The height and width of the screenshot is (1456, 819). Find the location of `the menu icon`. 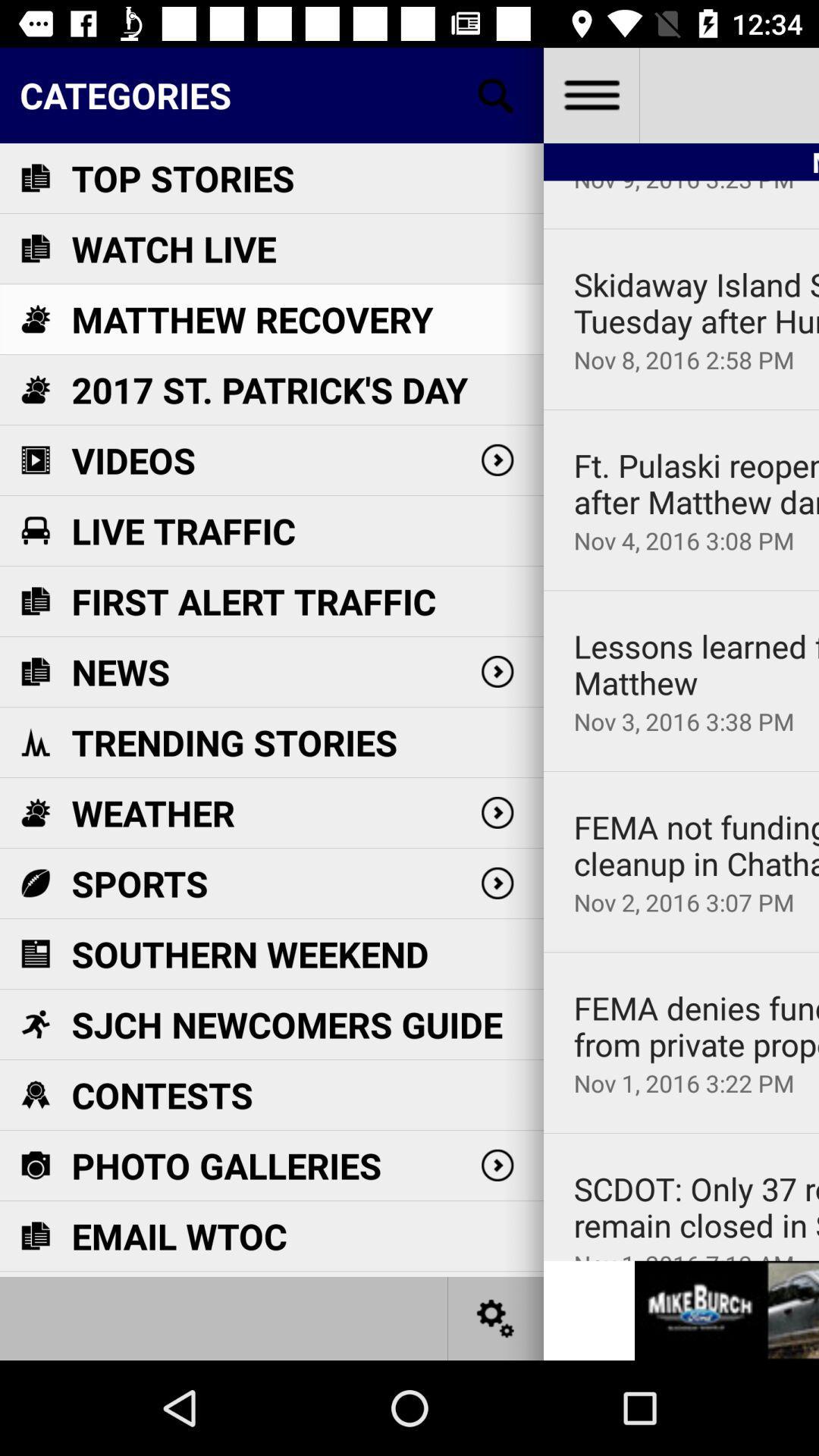

the menu icon is located at coordinates (590, 94).